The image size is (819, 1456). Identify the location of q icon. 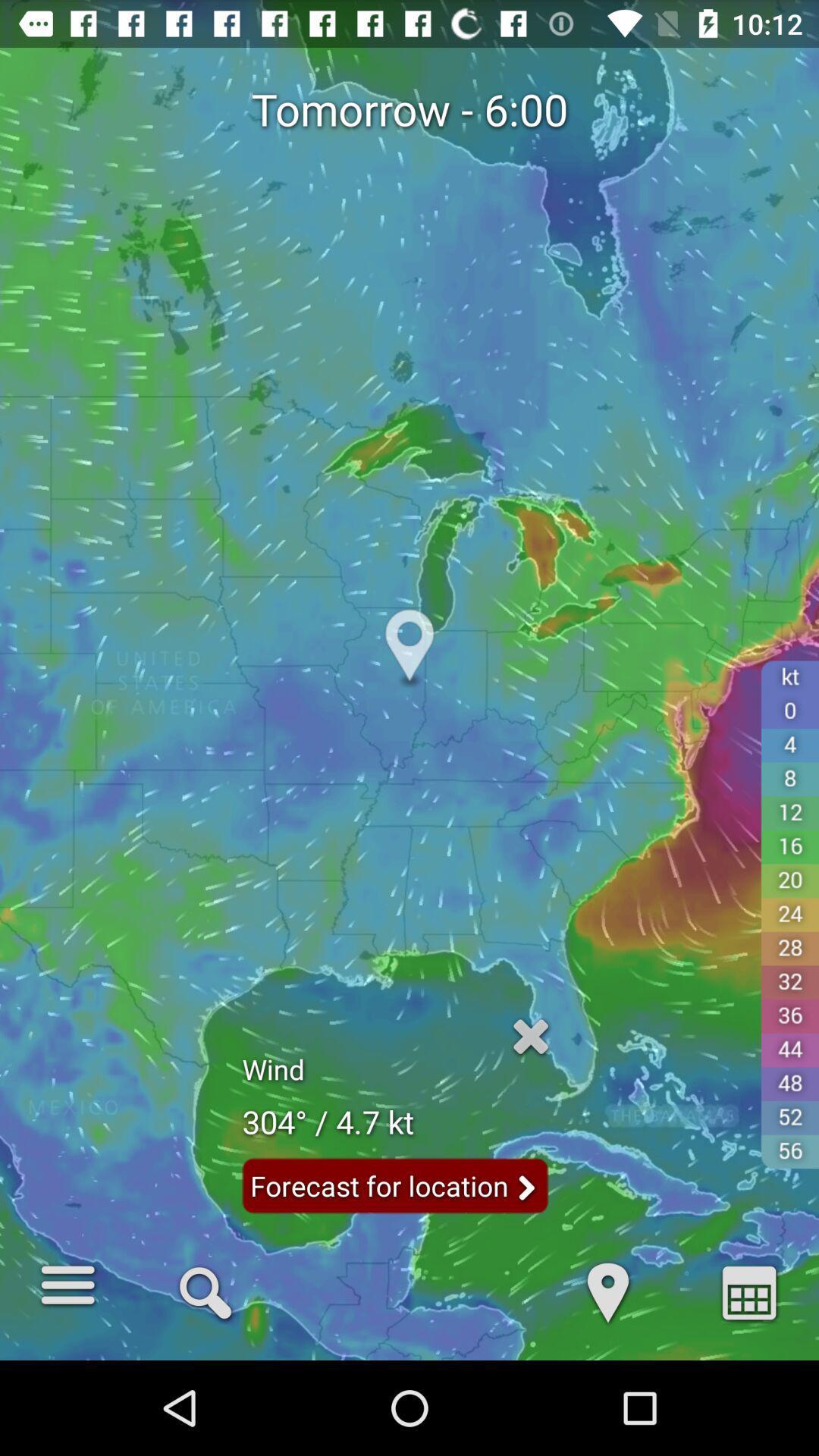
(206, 1291).